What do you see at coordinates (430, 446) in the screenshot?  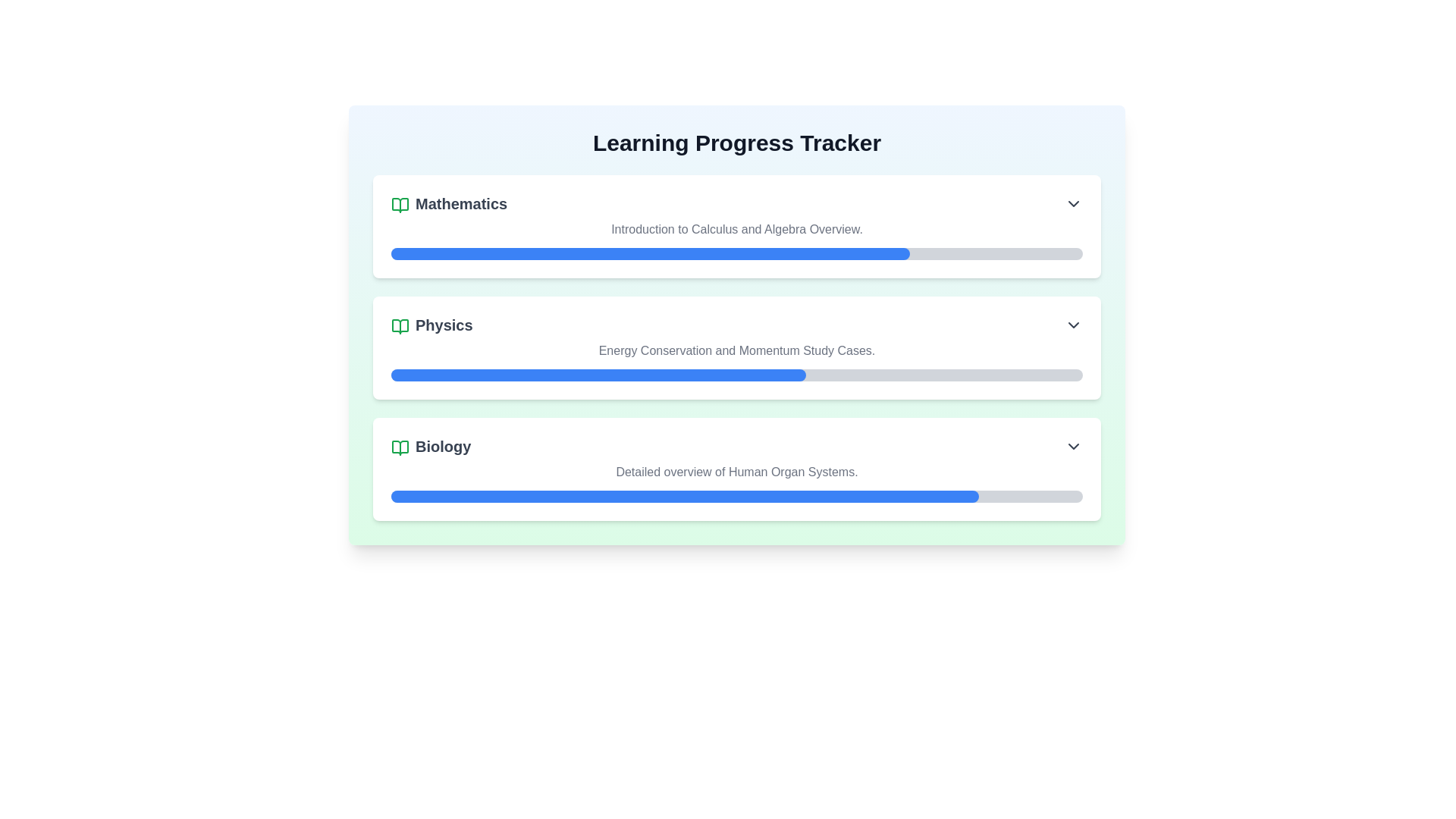 I see `text content of the bold label displaying 'Biology' located in the lower section of the 'Learning Progress Tracker' list, adjacent to a green book icon` at bounding box center [430, 446].